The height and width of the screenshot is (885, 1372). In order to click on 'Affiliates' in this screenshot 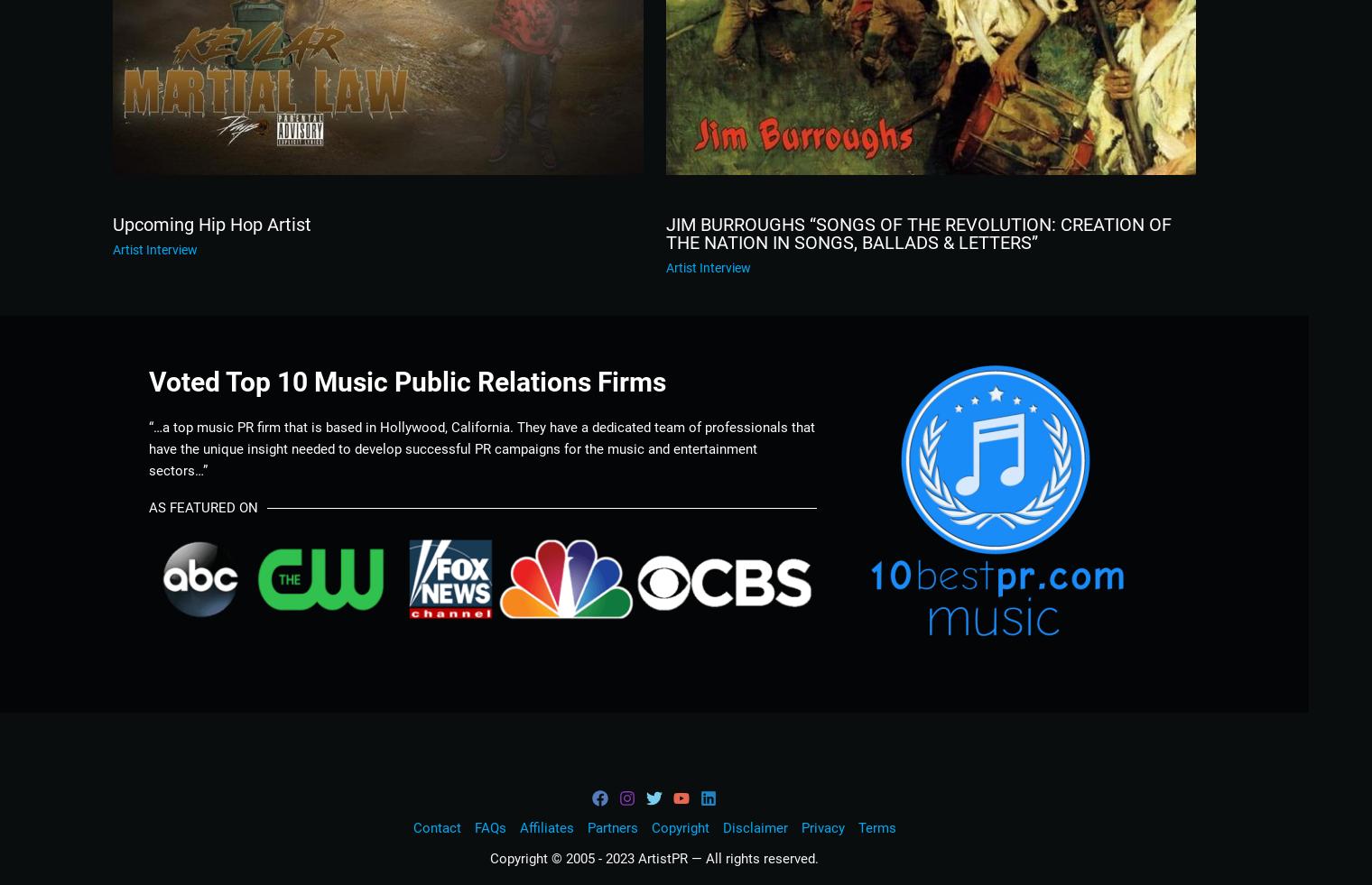, I will do `click(544, 828)`.